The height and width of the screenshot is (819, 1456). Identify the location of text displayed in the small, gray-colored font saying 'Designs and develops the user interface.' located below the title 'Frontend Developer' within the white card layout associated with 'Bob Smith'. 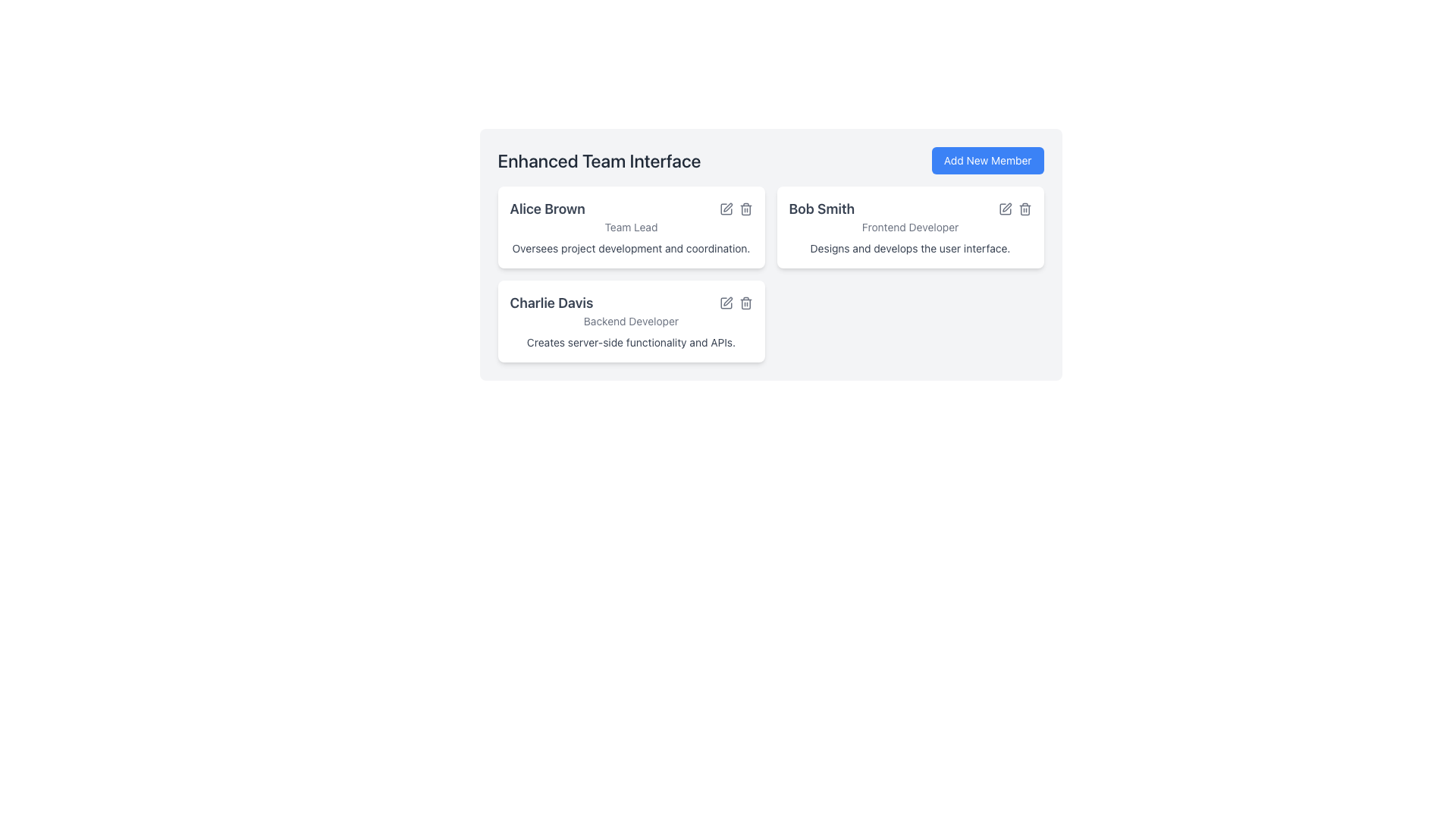
(910, 247).